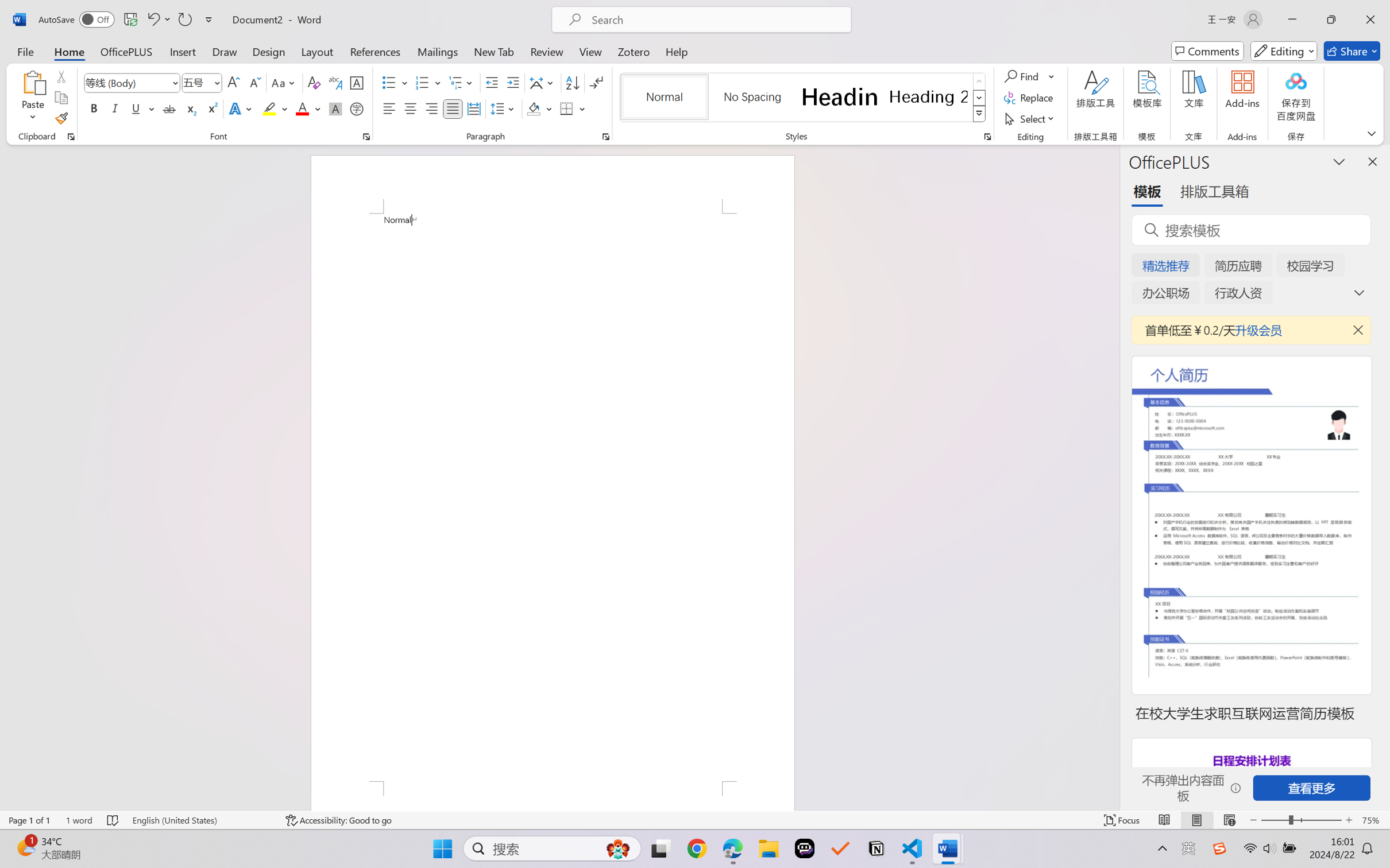  I want to click on 'Help', so click(676, 51).